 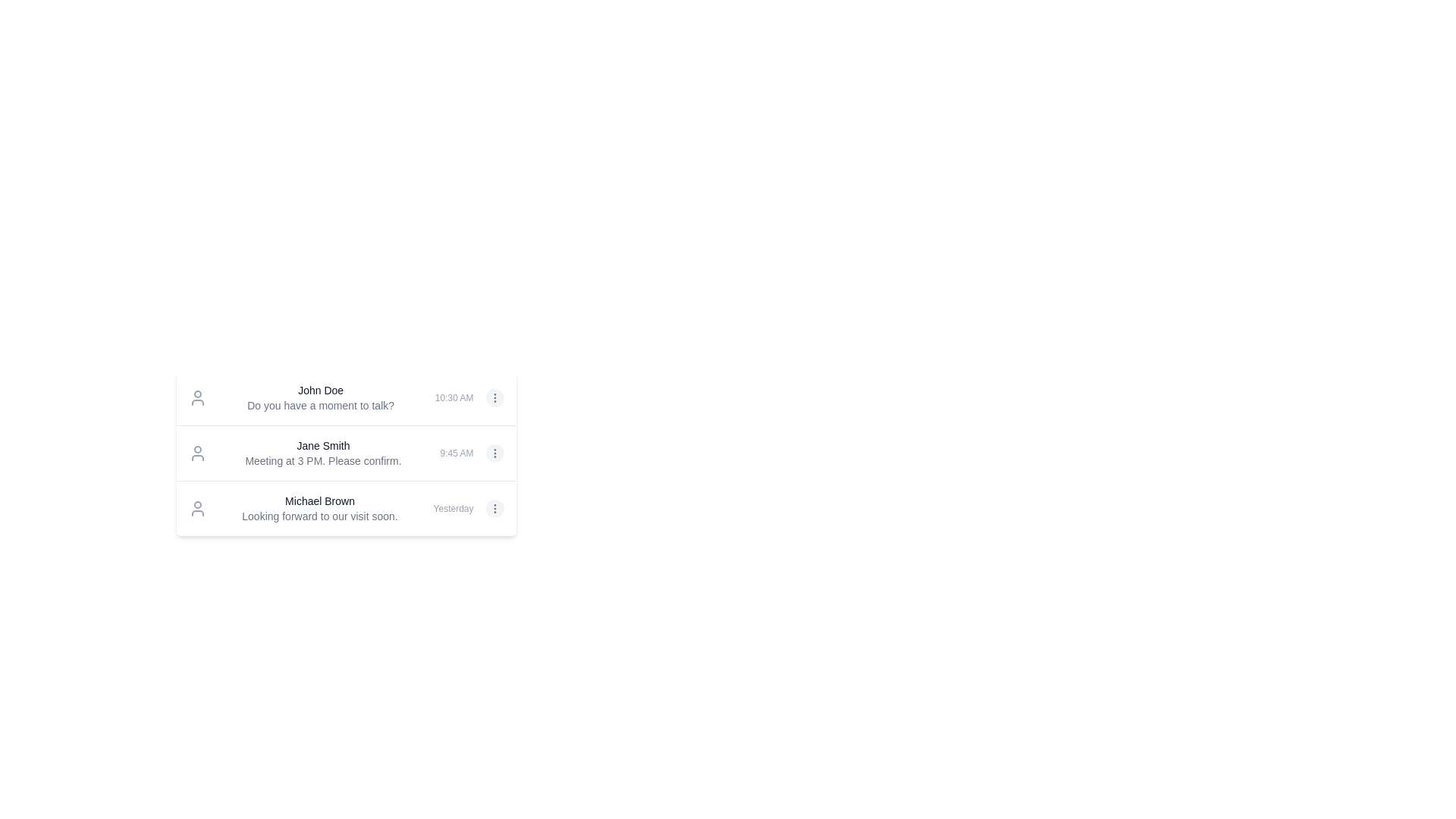 What do you see at coordinates (196, 452) in the screenshot?
I see `the user profile icon for 'Jane Smith', which is located in the second list item of a vertical list, to visually indicate the associated user` at bounding box center [196, 452].